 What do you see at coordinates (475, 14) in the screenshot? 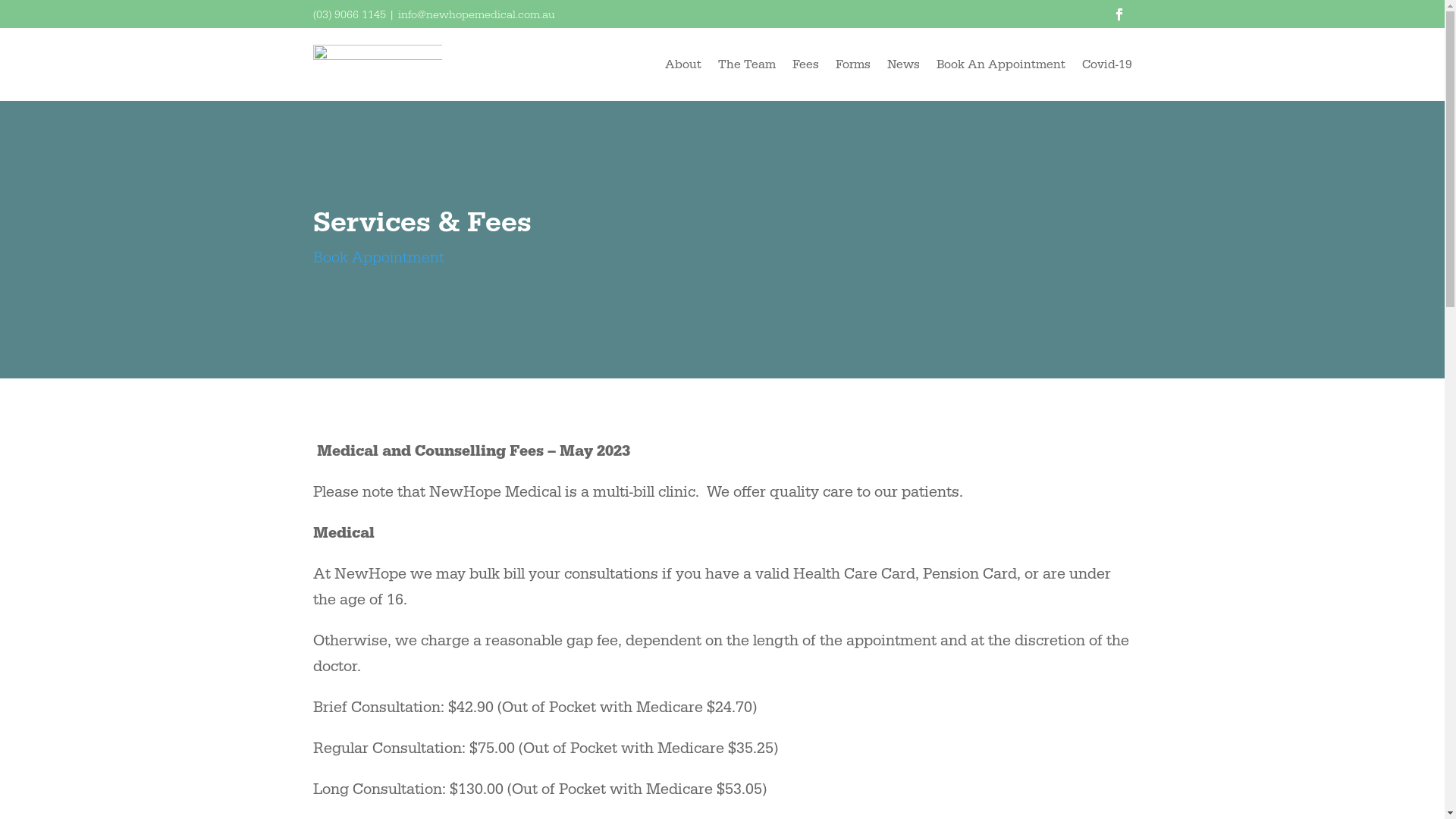
I see `'info@newhopemedical.com.au'` at bounding box center [475, 14].